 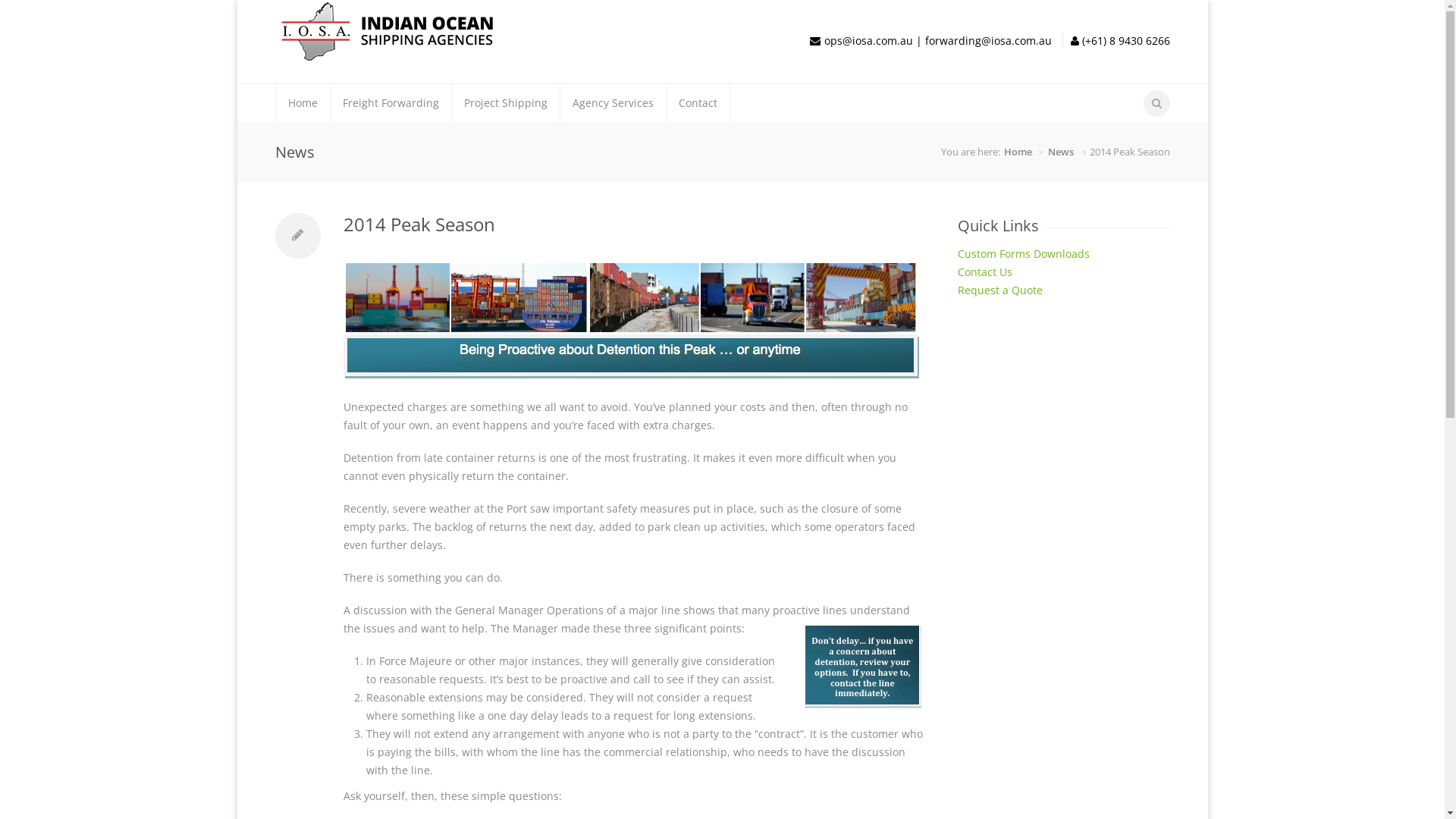 What do you see at coordinates (1022, 253) in the screenshot?
I see `'Custom Forms Downloads'` at bounding box center [1022, 253].